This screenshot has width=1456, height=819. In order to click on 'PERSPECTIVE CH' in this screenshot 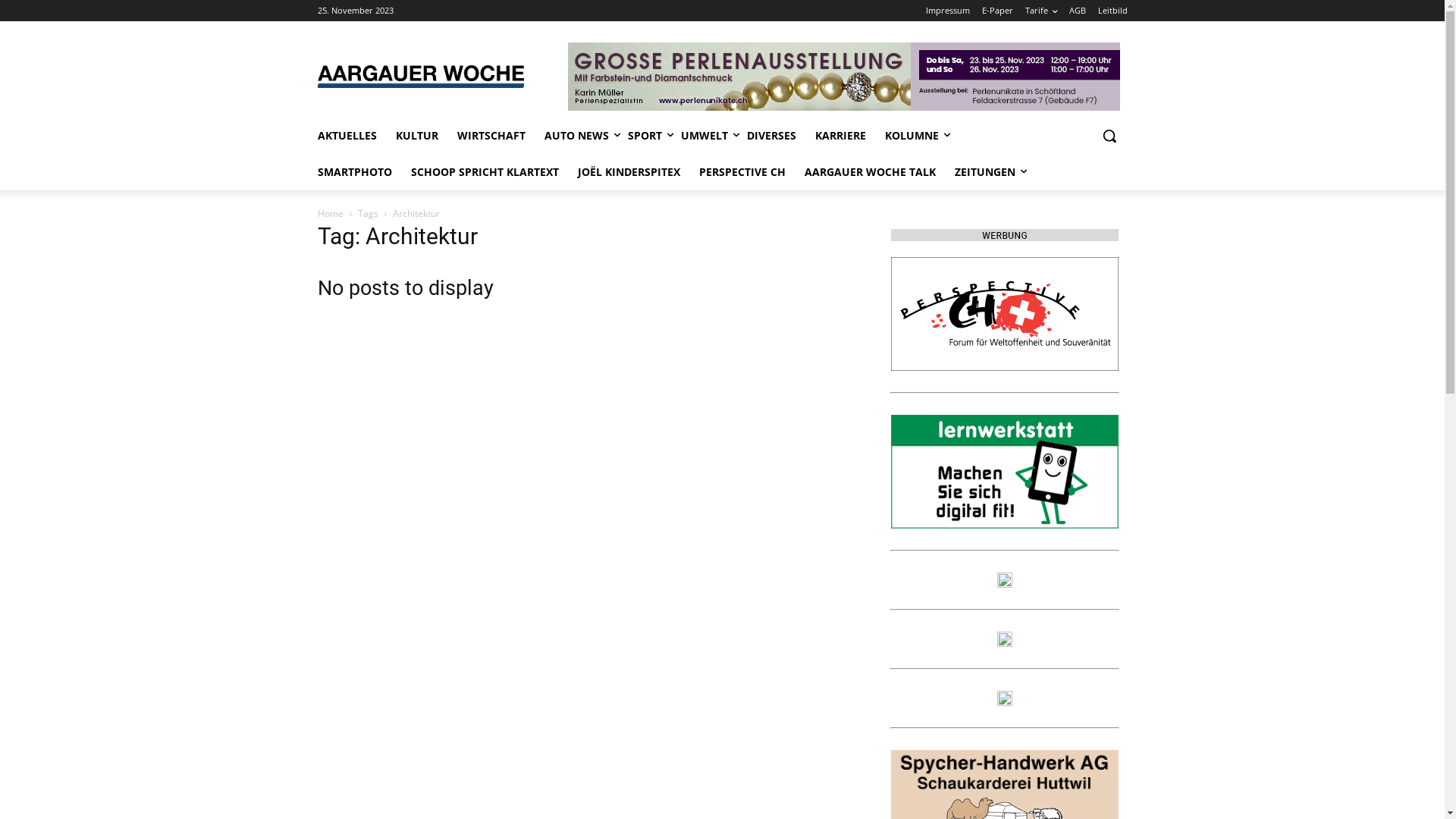, I will do `click(742, 171)`.